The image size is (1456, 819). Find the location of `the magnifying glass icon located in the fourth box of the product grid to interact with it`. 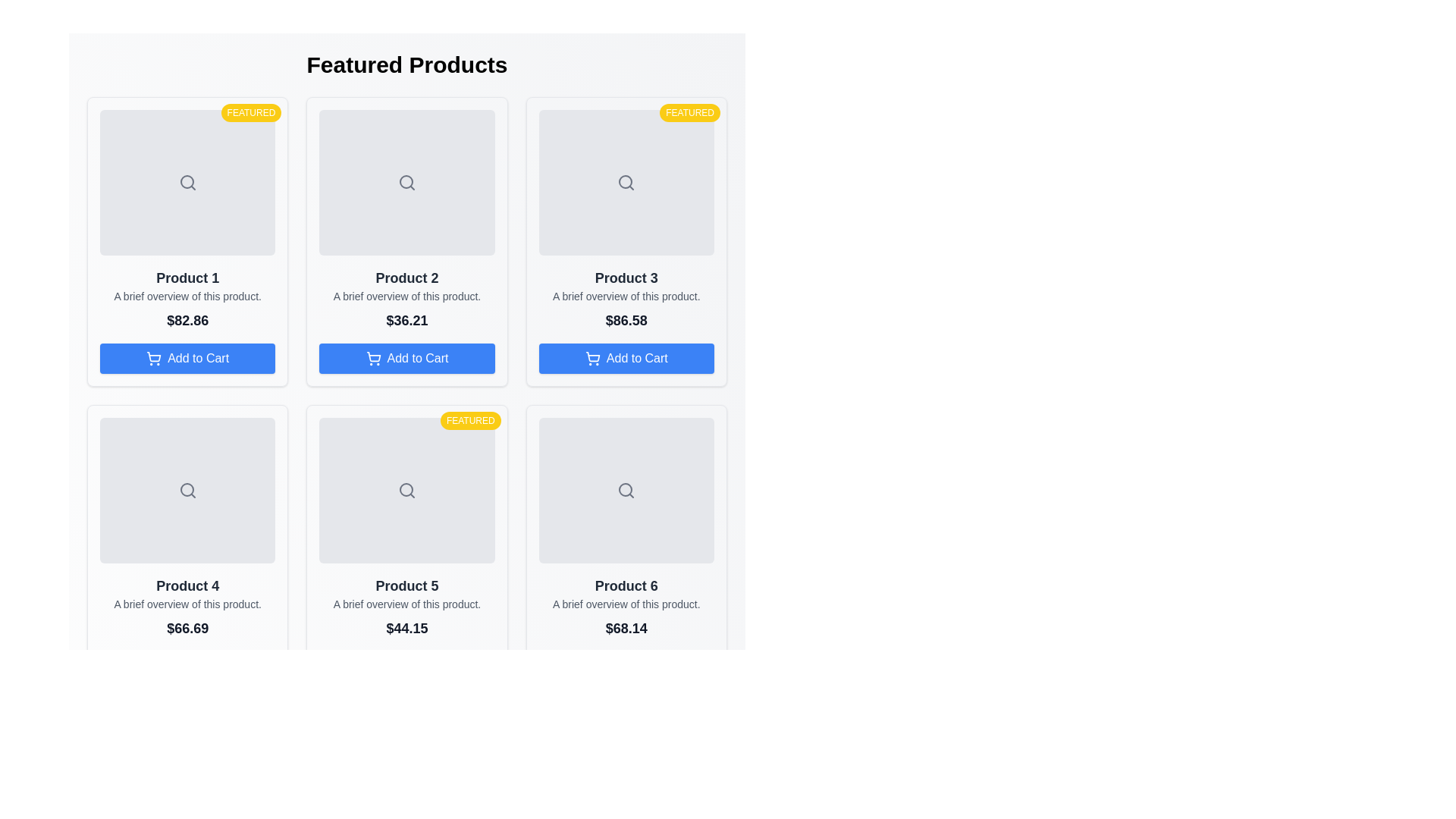

the magnifying glass icon located in the fourth box of the product grid to interact with it is located at coordinates (187, 491).